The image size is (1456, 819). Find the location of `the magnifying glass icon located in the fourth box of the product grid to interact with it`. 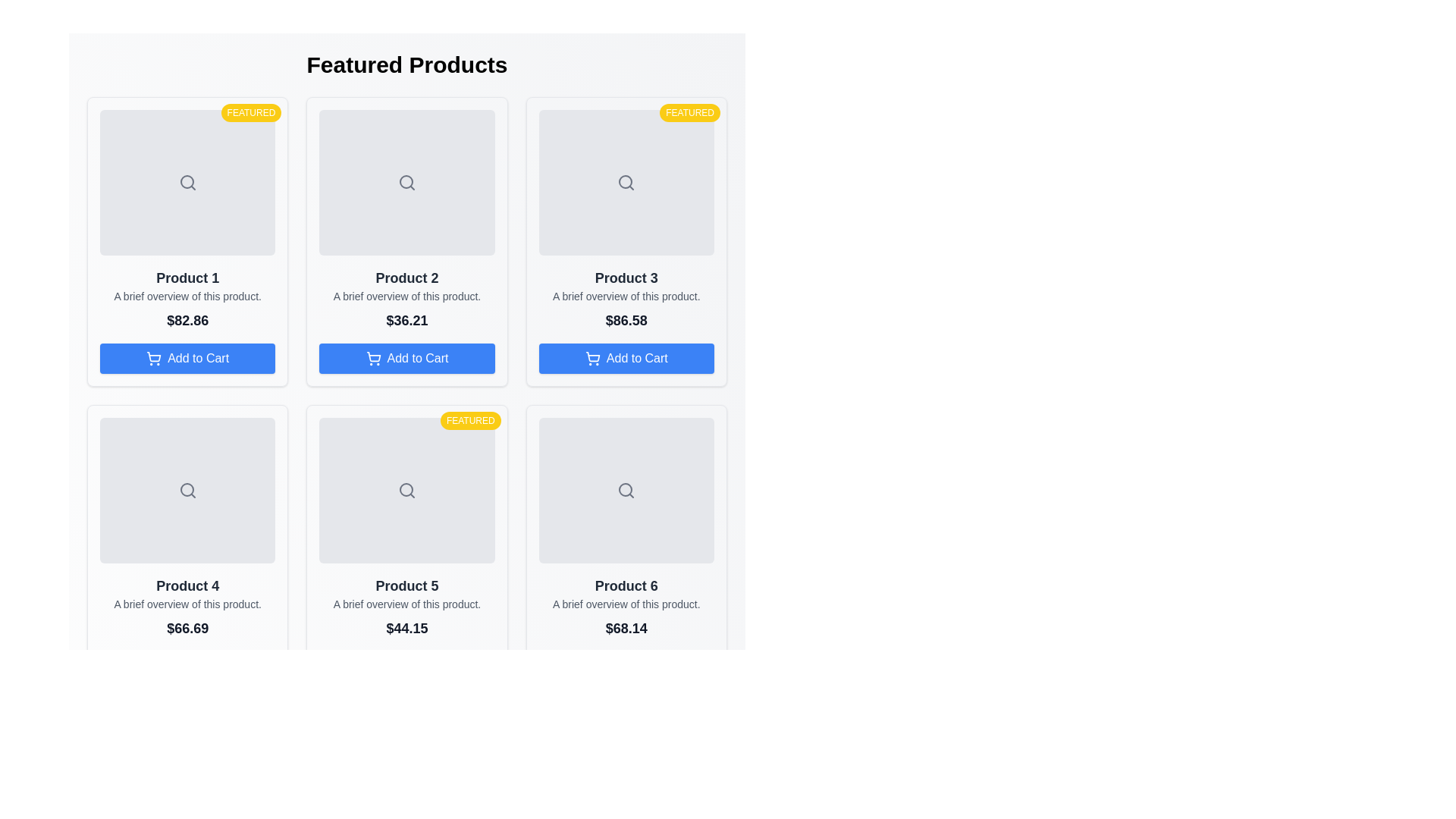

the magnifying glass icon located in the fourth box of the product grid to interact with it is located at coordinates (187, 491).